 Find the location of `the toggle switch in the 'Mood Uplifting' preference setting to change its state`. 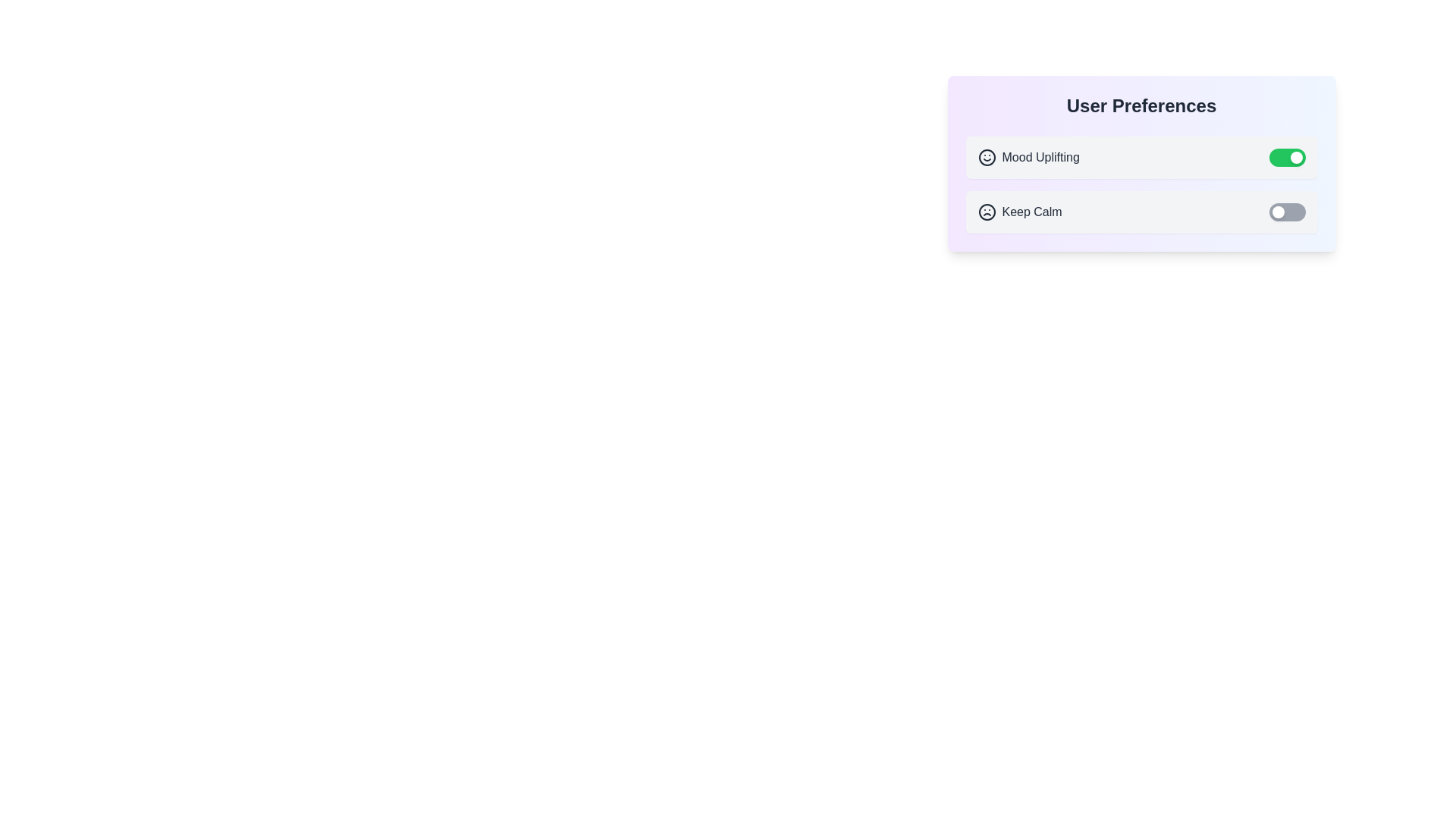

the toggle switch in the 'Mood Uplifting' preference setting to change its state is located at coordinates (1141, 158).